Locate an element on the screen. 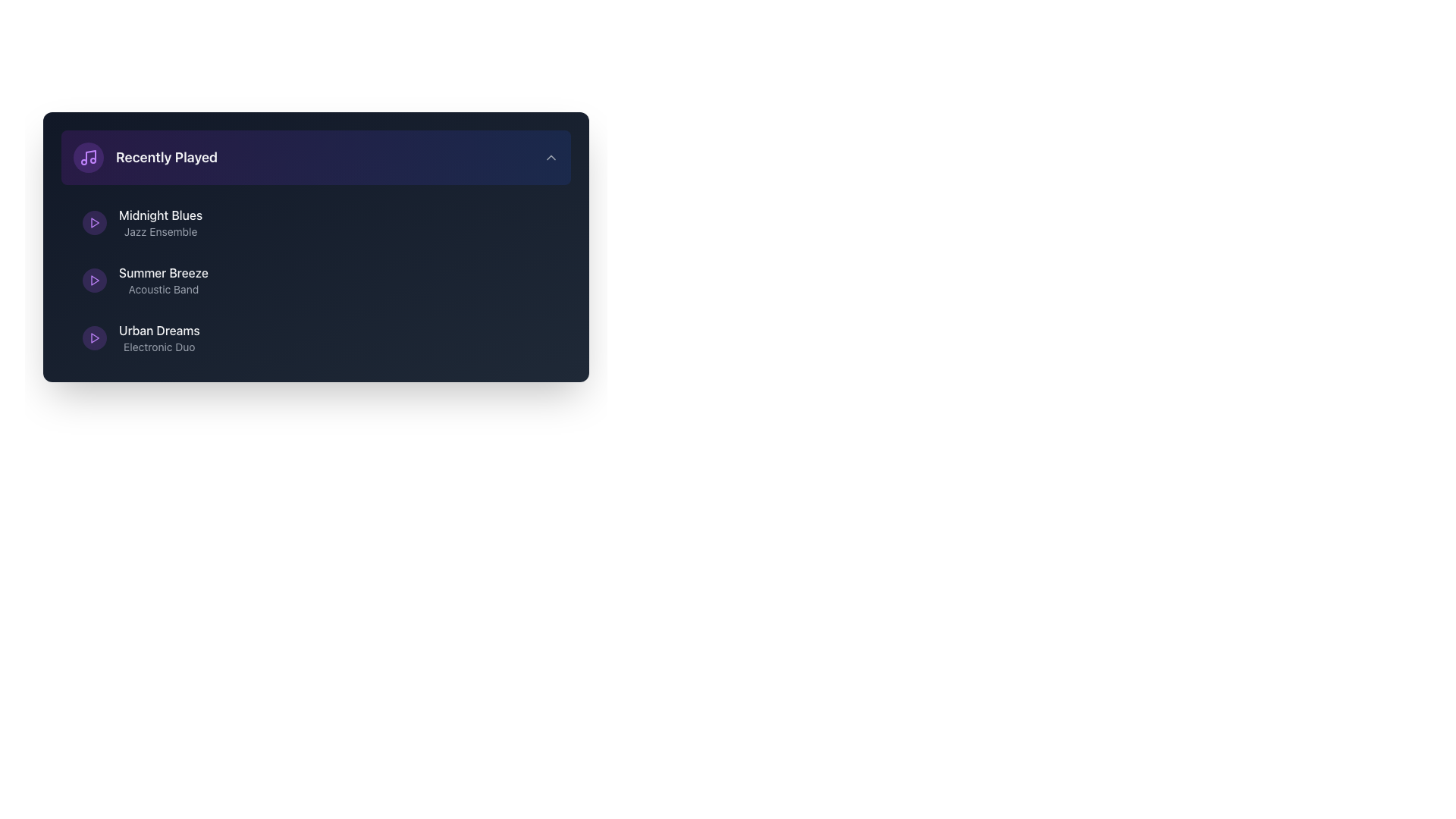  the 'Recently Played' toggle button located at the top of the vertically aligned grouped layout to activate its hover style transition is located at coordinates (315, 158).